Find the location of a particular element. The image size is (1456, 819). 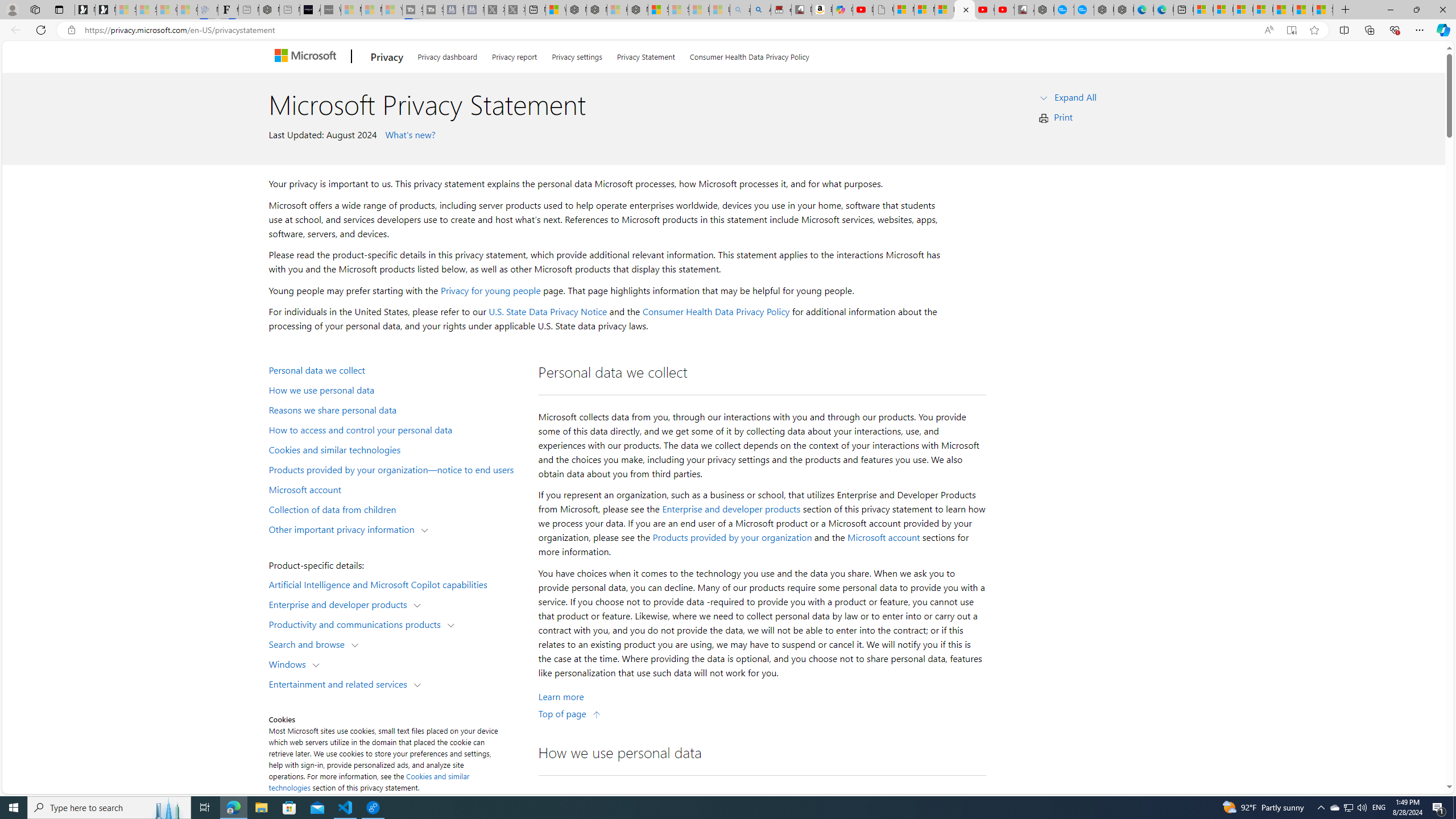

'Day 1: Arriving in Yemen (surreal to be here) - YouTube' is located at coordinates (862, 9).